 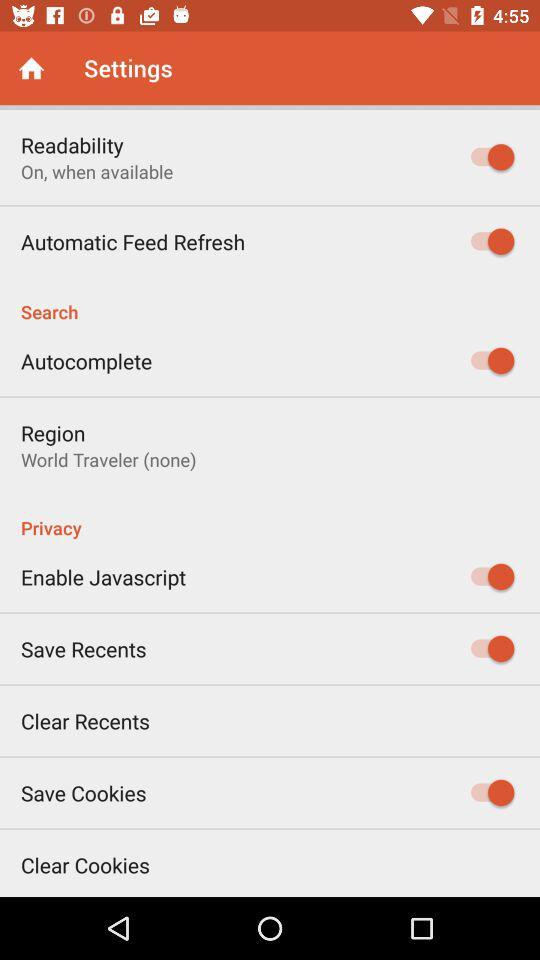 I want to click on the region item, so click(x=53, y=433).